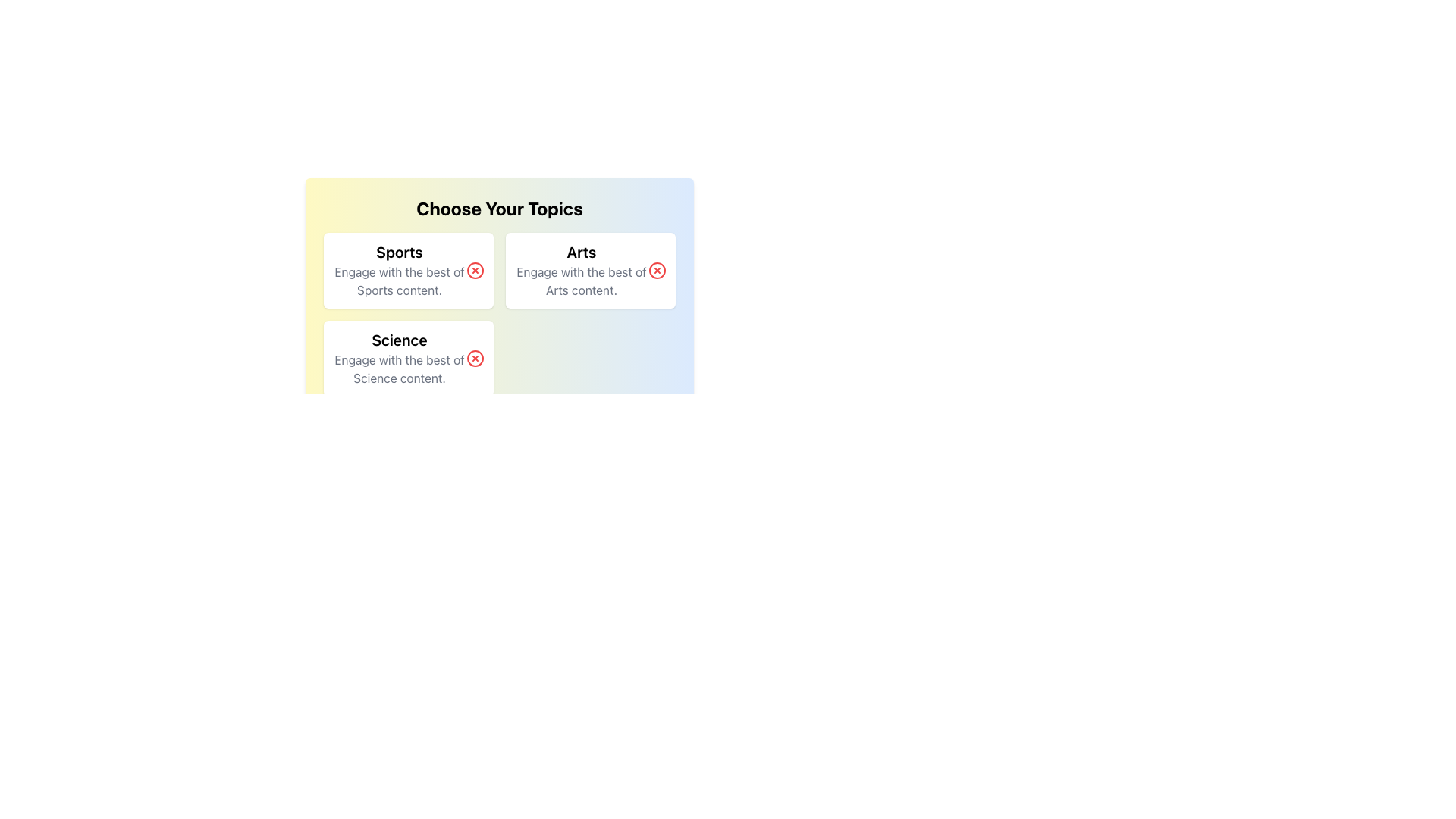  What do you see at coordinates (581, 281) in the screenshot?
I see `the text element styled in gray that reads 'Engage with the best of Arts content.', located beneath the title 'Arts' in the right column of the layout` at bounding box center [581, 281].